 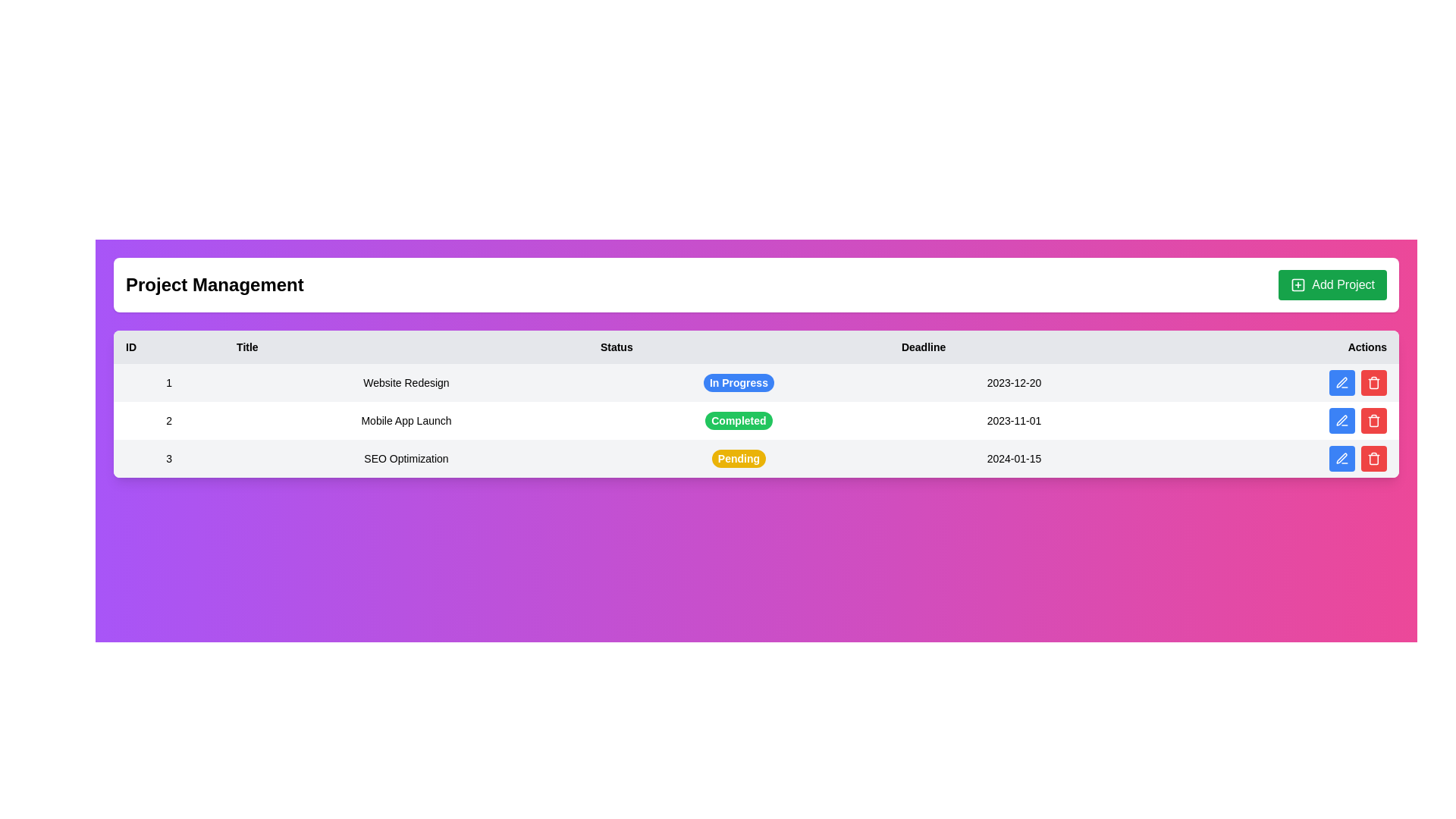 What do you see at coordinates (1373, 421) in the screenshot?
I see `the delete button with an icon in the rightmost column of the table under the 'Actions' header` at bounding box center [1373, 421].